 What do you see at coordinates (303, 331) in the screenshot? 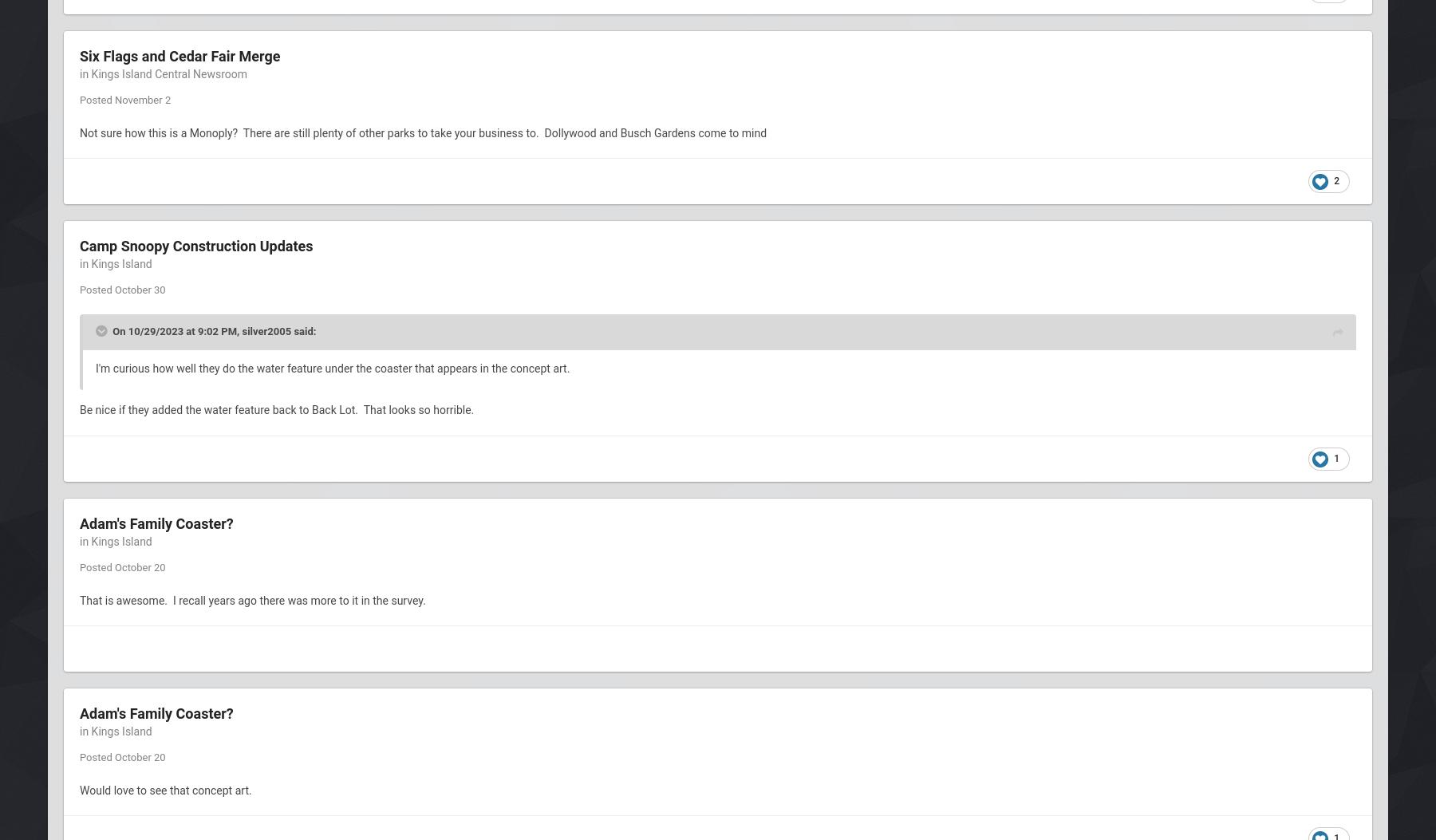
I see `'said:'` at bounding box center [303, 331].